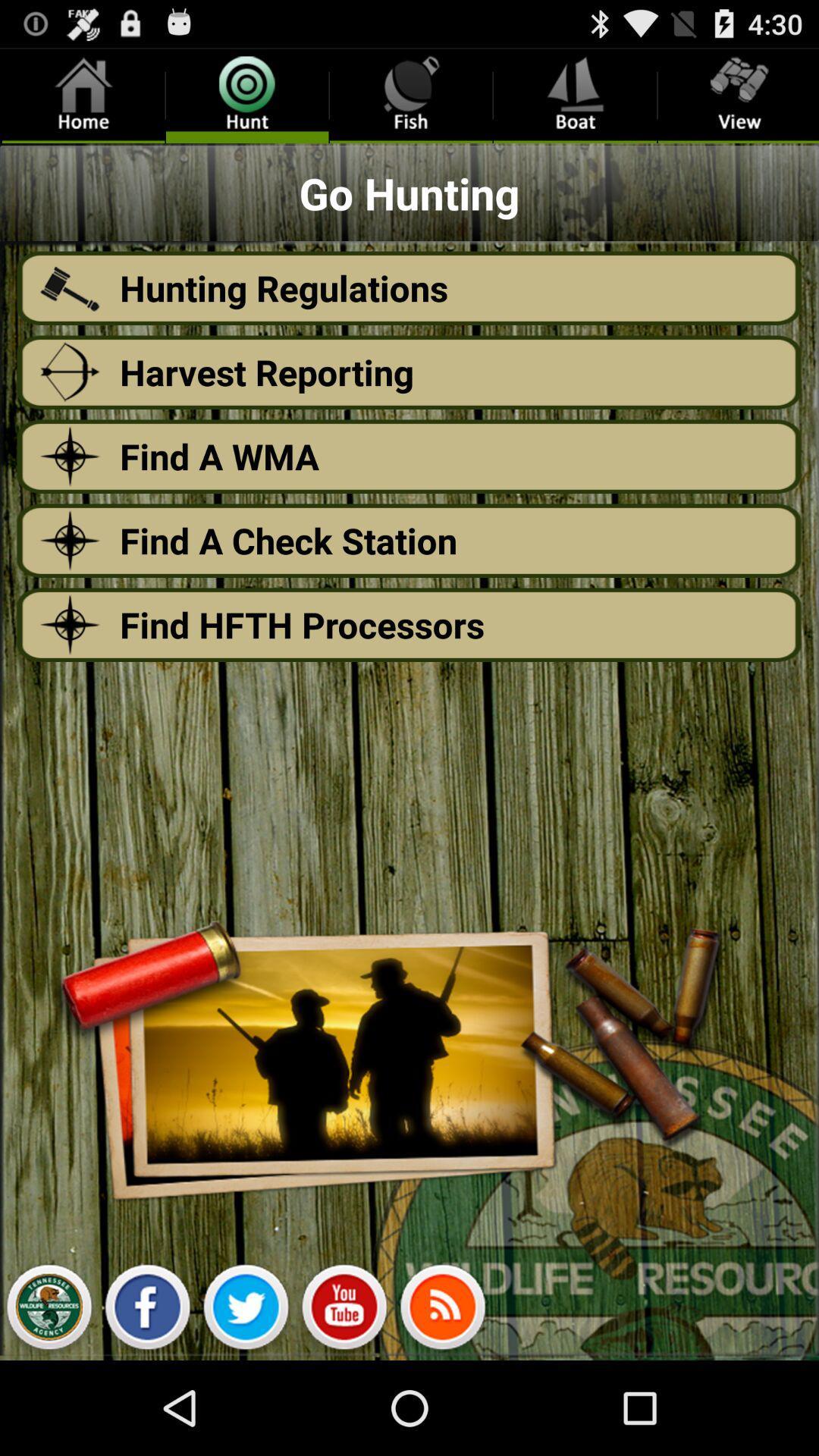 The width and height of the screenshot is (819, 1456). I want to click on the settings icon, so click(48, 1402).